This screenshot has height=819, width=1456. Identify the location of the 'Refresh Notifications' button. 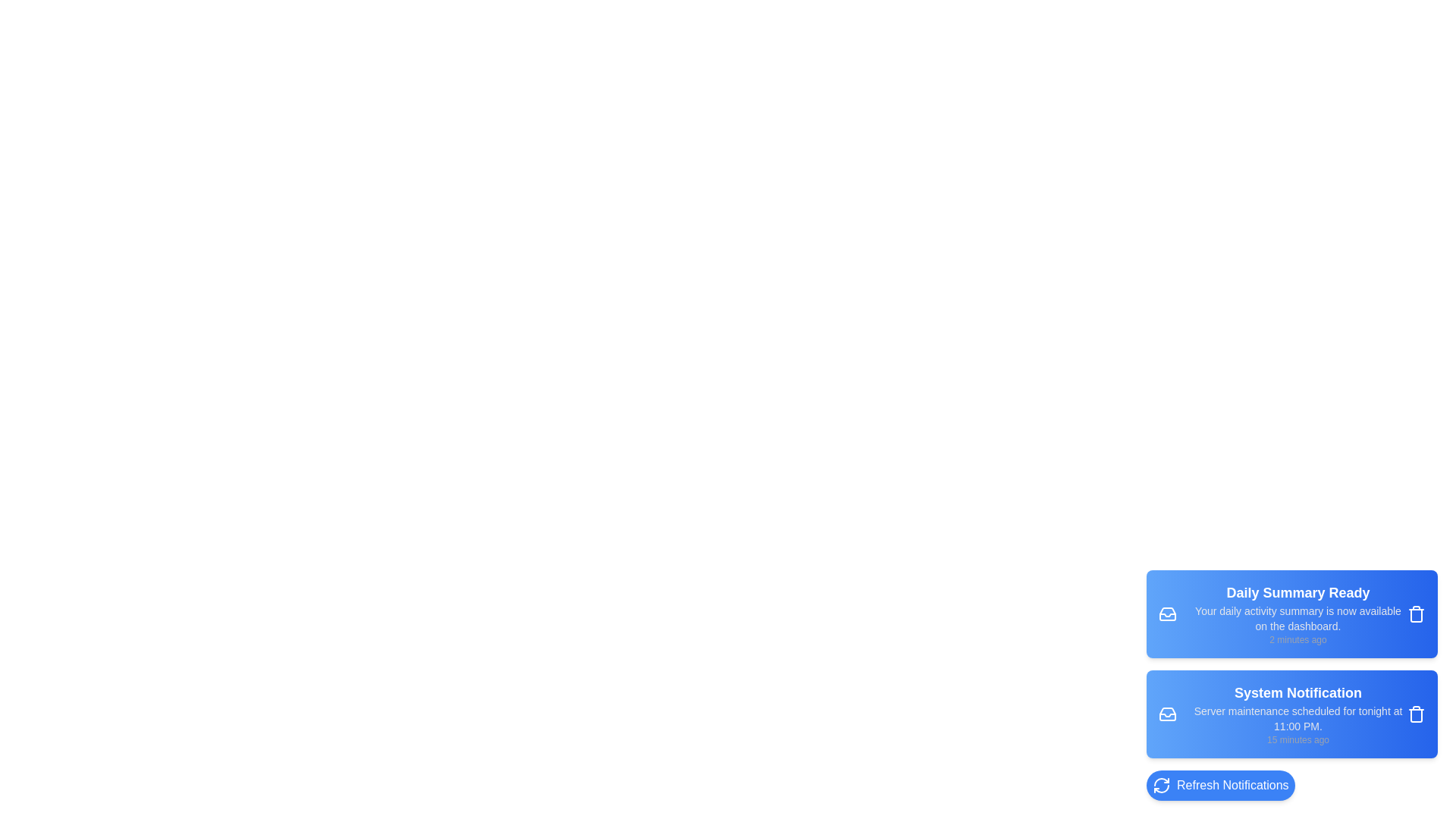
(1219, 785).